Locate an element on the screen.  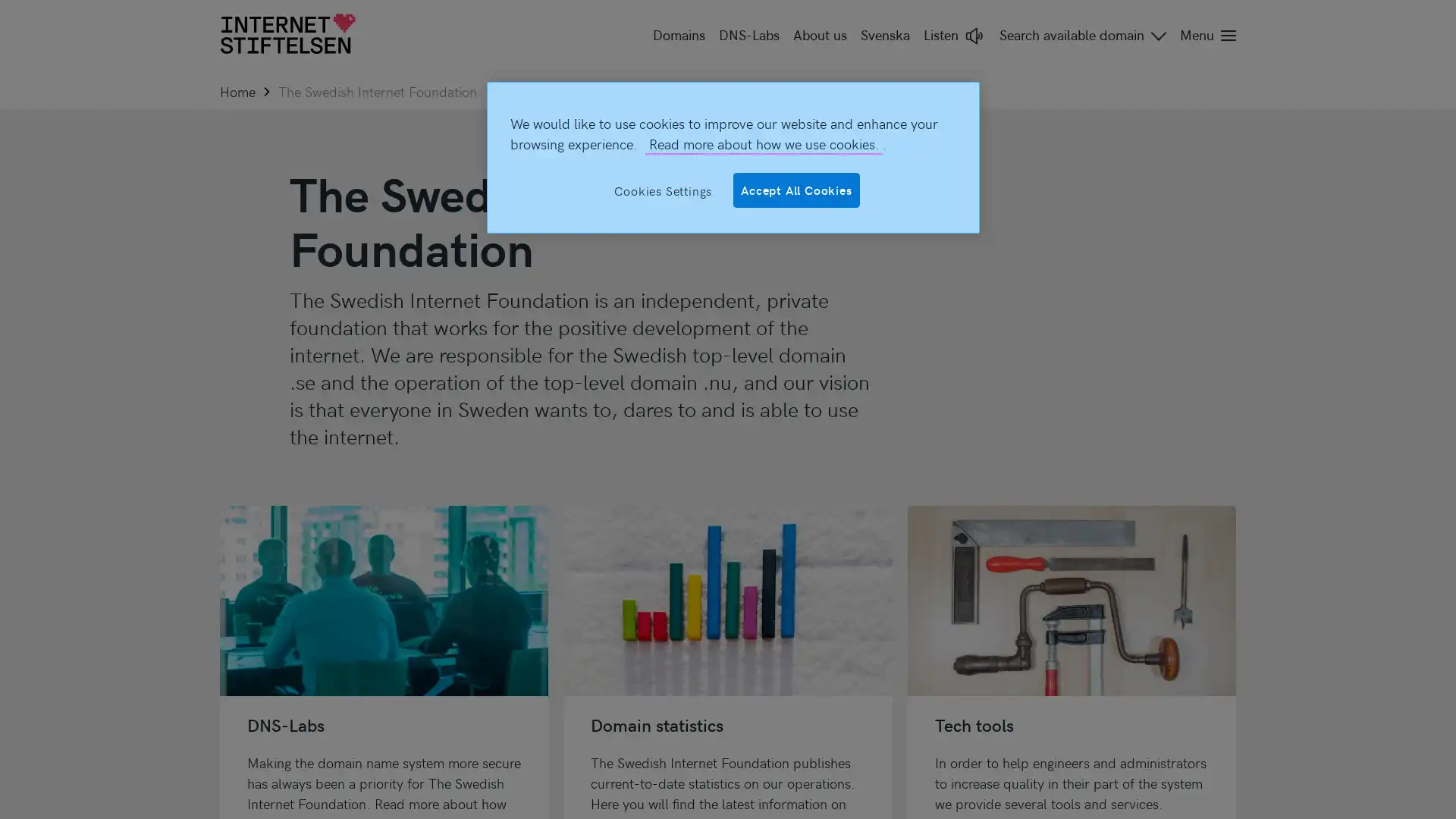
Cookies Settings is located at coordinates (663, 189).